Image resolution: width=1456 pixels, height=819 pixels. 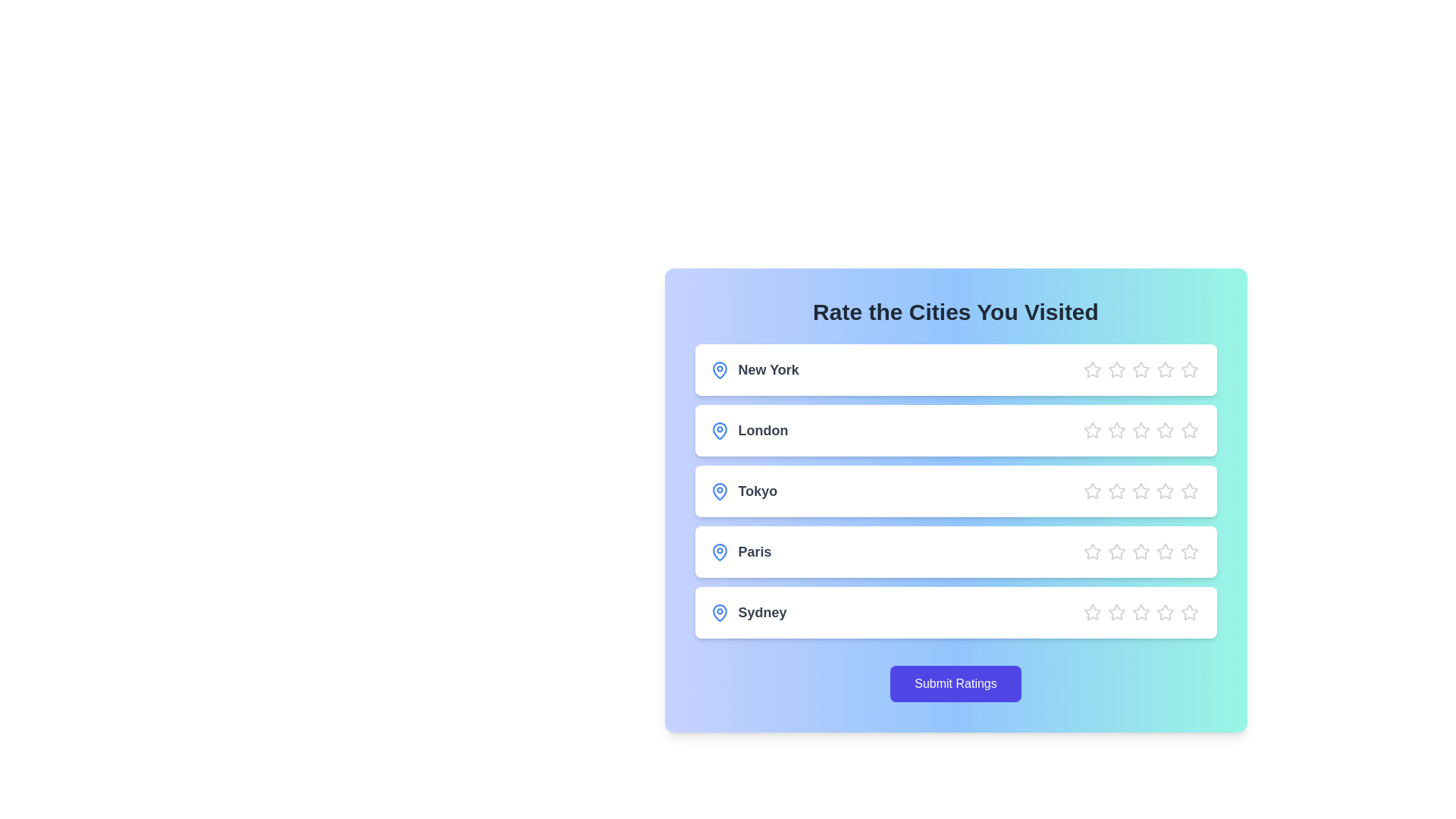 I want to click on the 'Submit Ratings' button to submit the ratings, so click(x=955, y=684).